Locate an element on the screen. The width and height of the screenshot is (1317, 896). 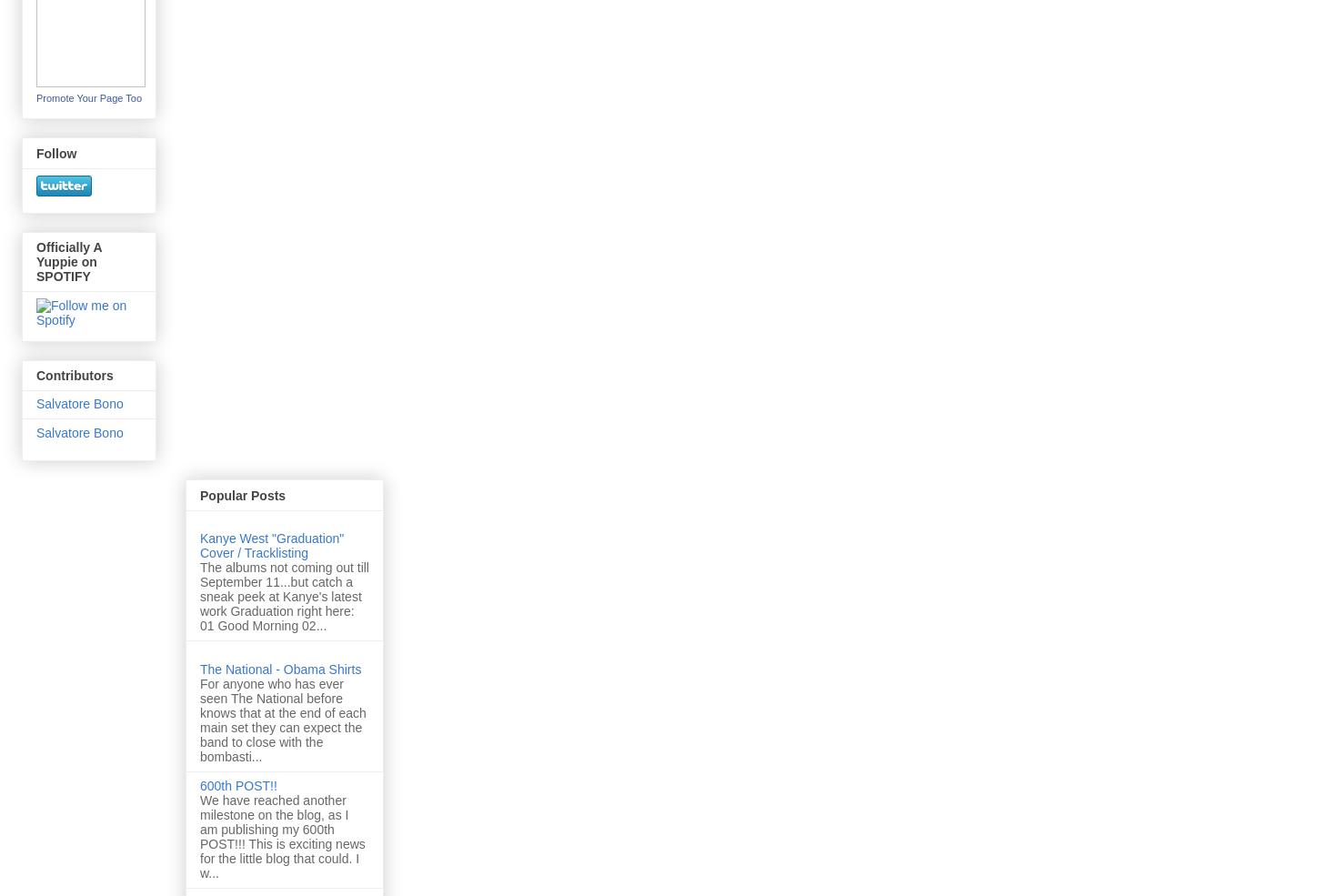
'The National - Obama Shirts' is located at coordinates (279, 669).